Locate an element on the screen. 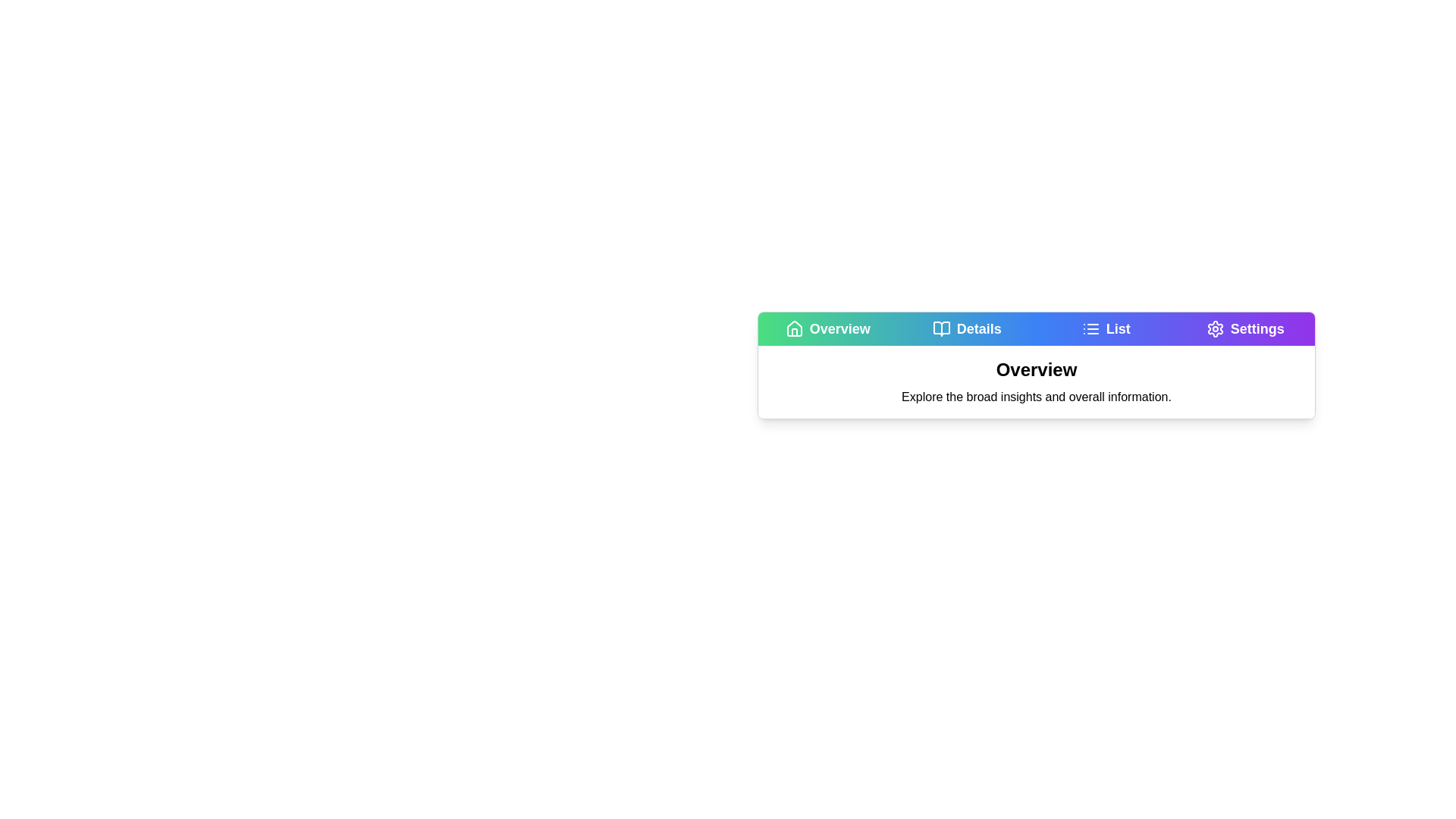  the Header Text element, which serves as the title indicating the primary focus of the content below it is located at coordinates (1036, 370).